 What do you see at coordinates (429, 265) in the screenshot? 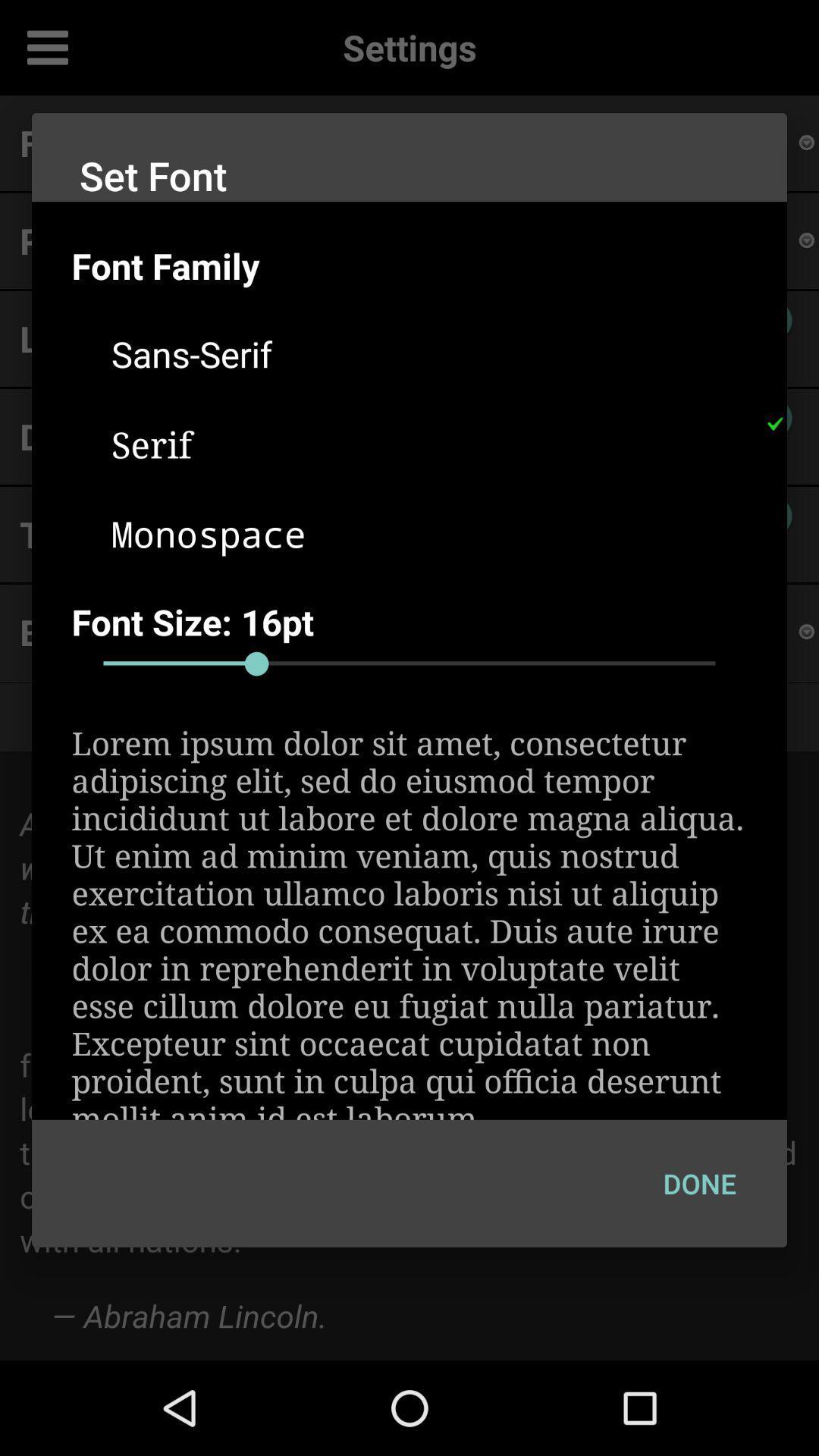
I see `item below the set font item` at bounding box center [429, 265].